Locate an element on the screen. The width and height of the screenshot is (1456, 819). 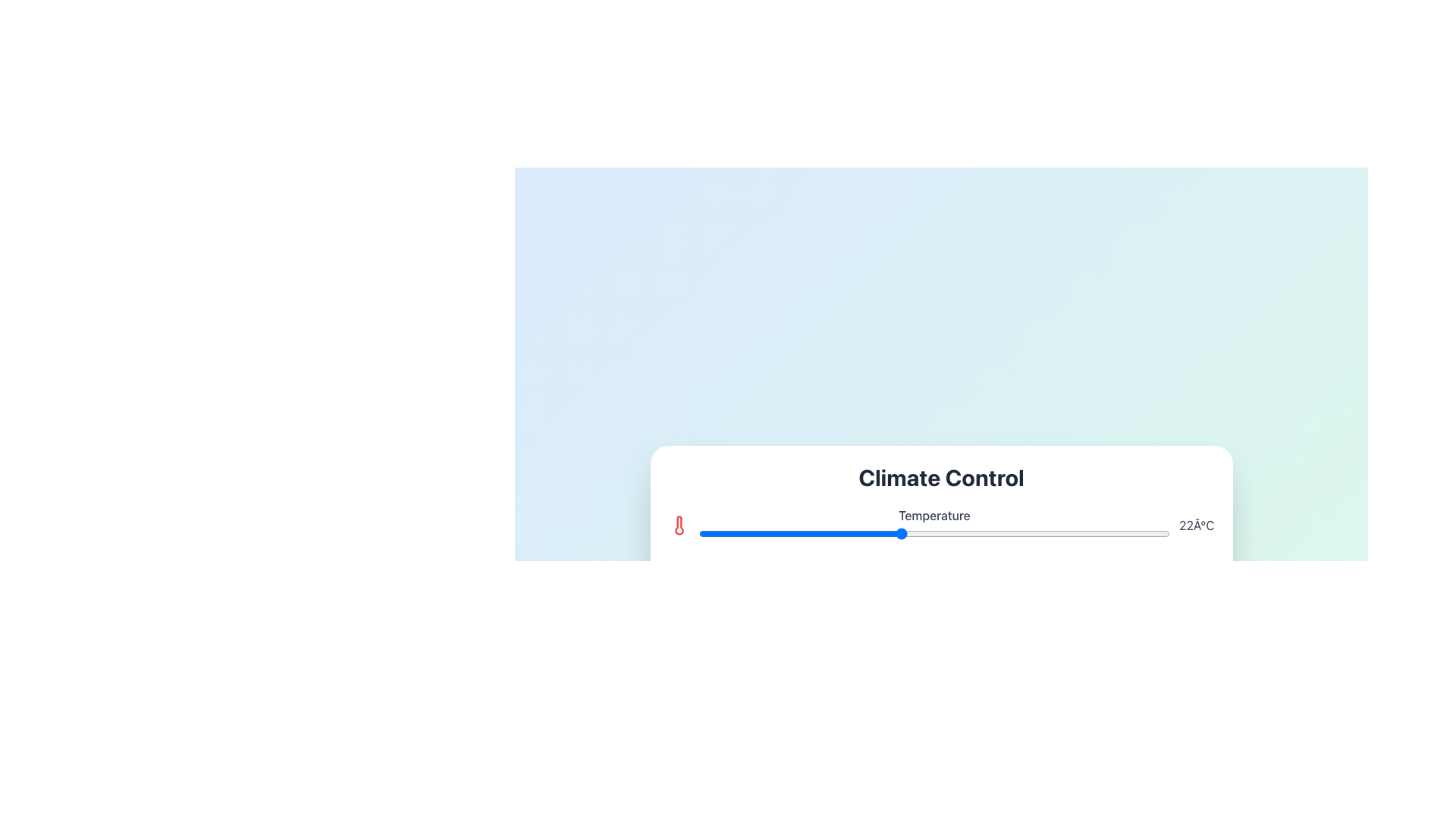
temperature is located at coordinates (1136, 533).